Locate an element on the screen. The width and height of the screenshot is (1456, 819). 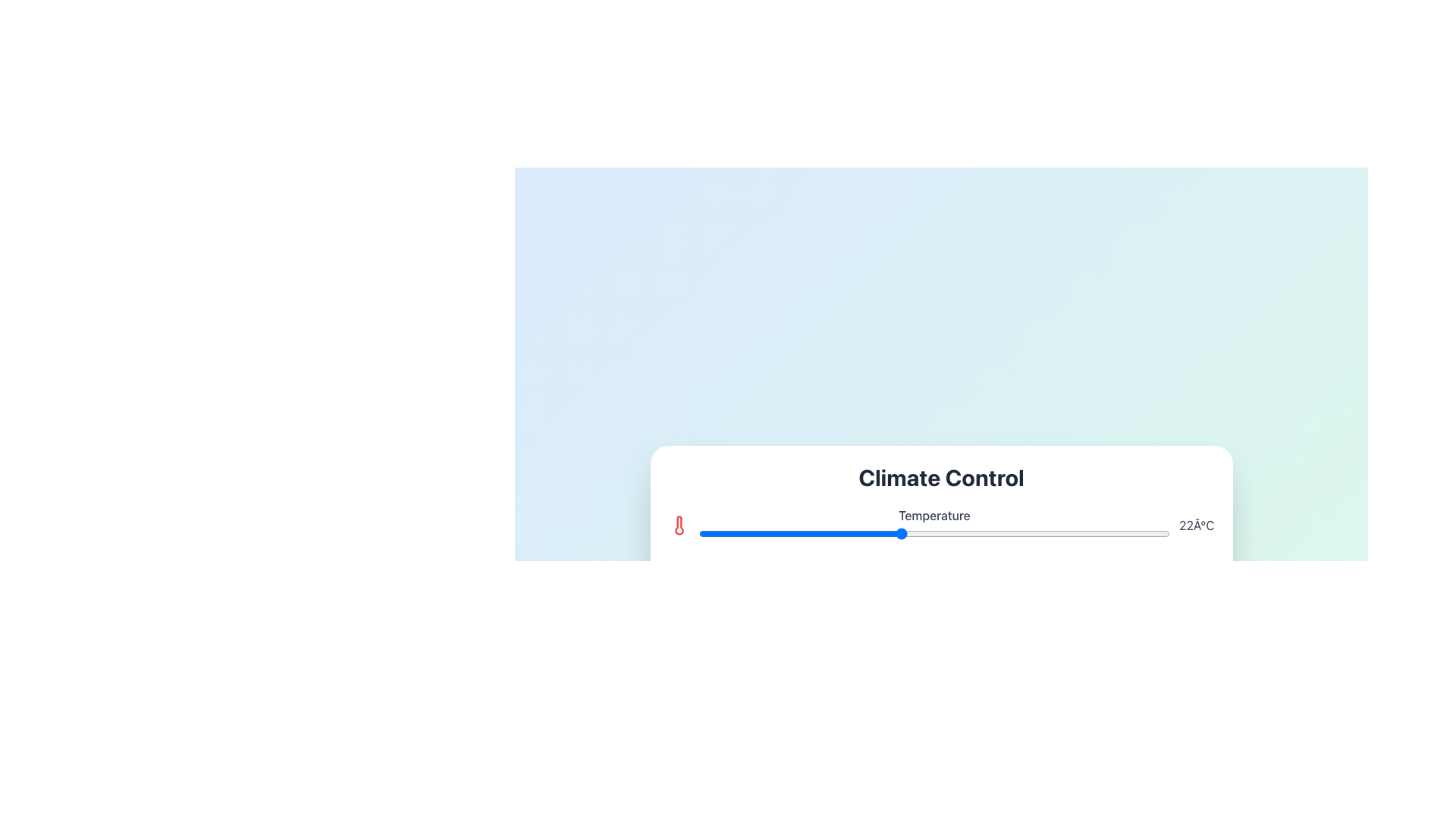
temperature is located at coordinates (1136, 533).